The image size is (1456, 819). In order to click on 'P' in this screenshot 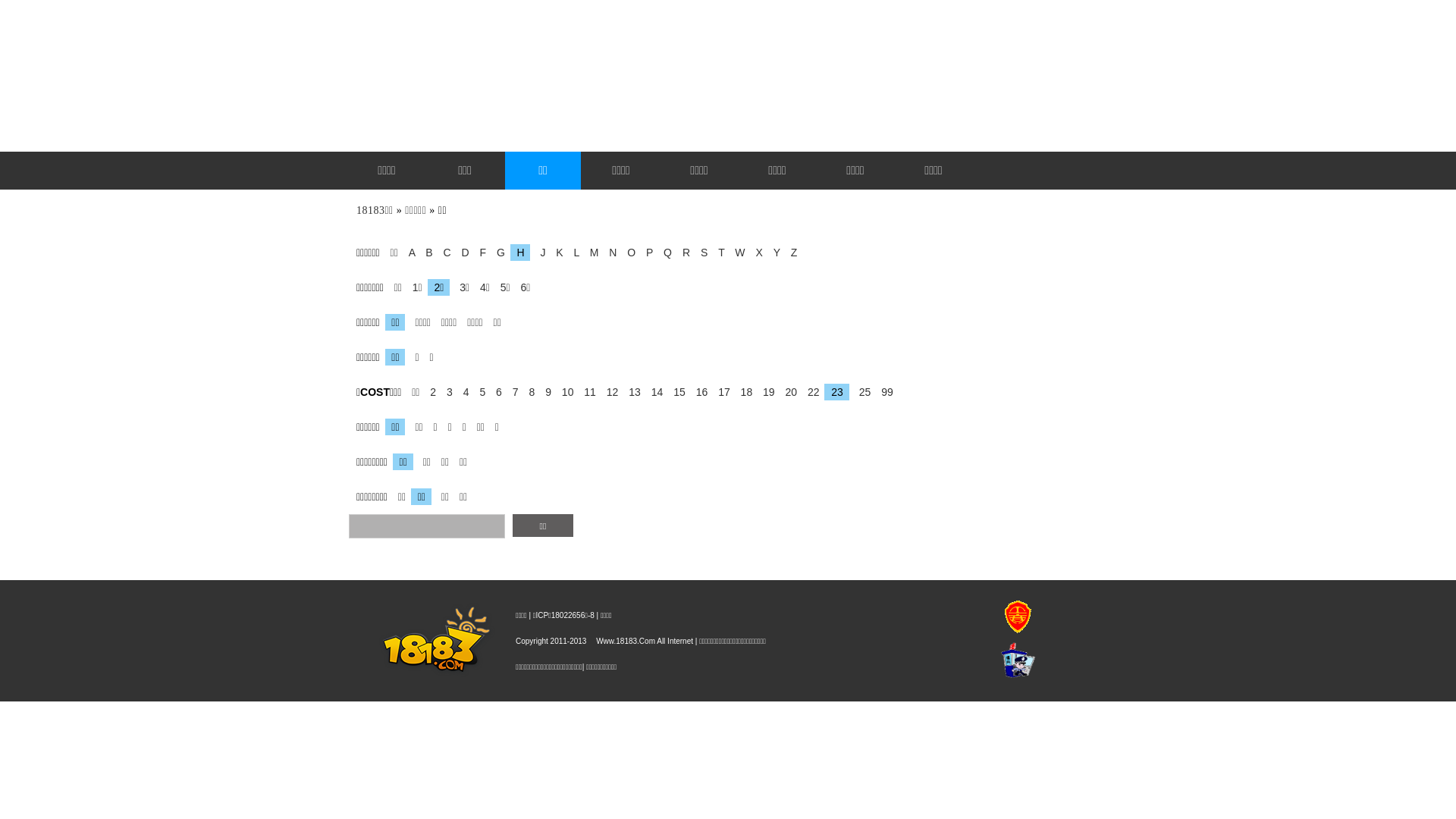, I will do `click(645, 251)`.